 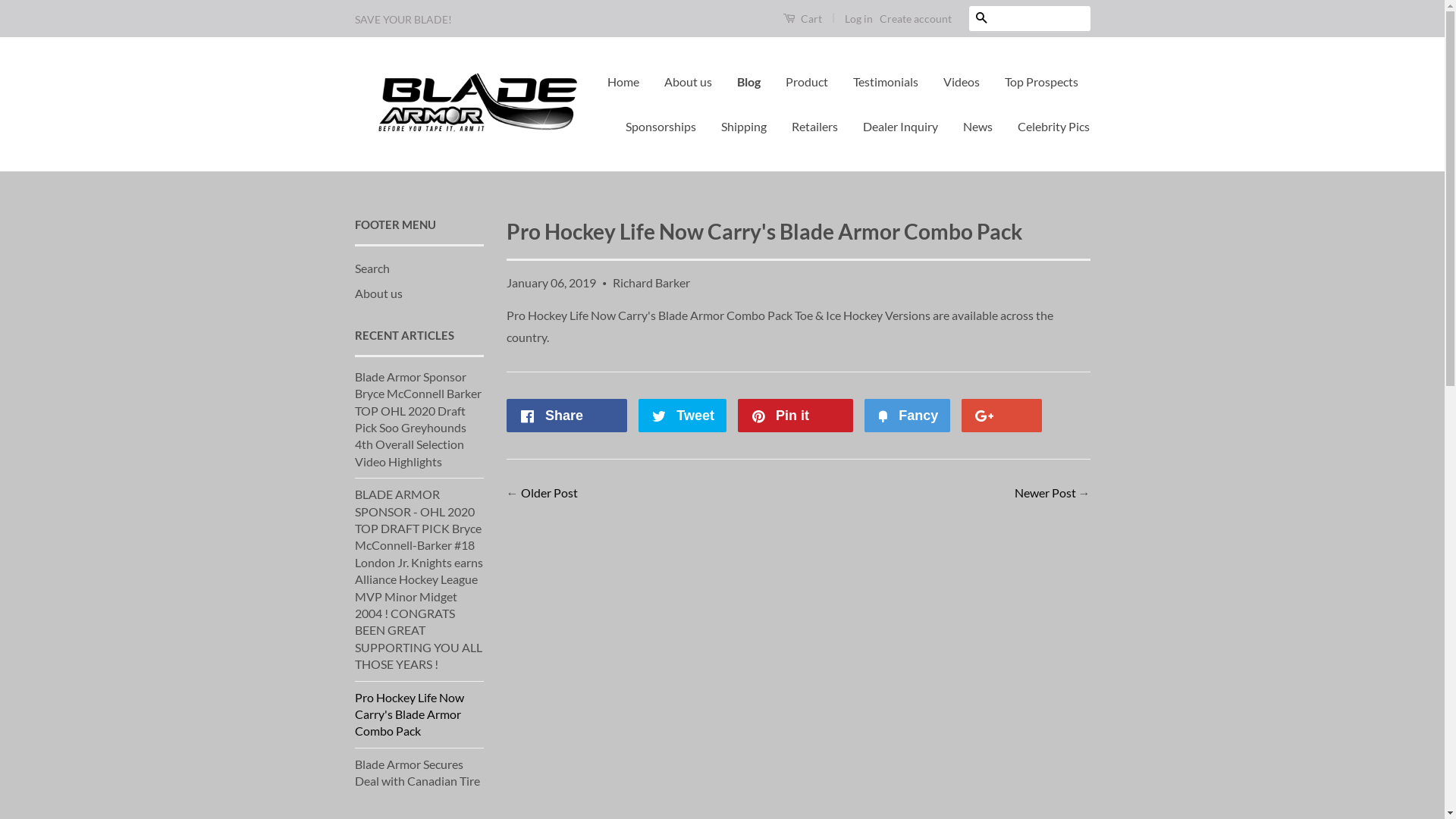 What do you see at coordinates (520, 492) in the screenshot?
I see `'Older Post'` at bounding box center [520, 492].